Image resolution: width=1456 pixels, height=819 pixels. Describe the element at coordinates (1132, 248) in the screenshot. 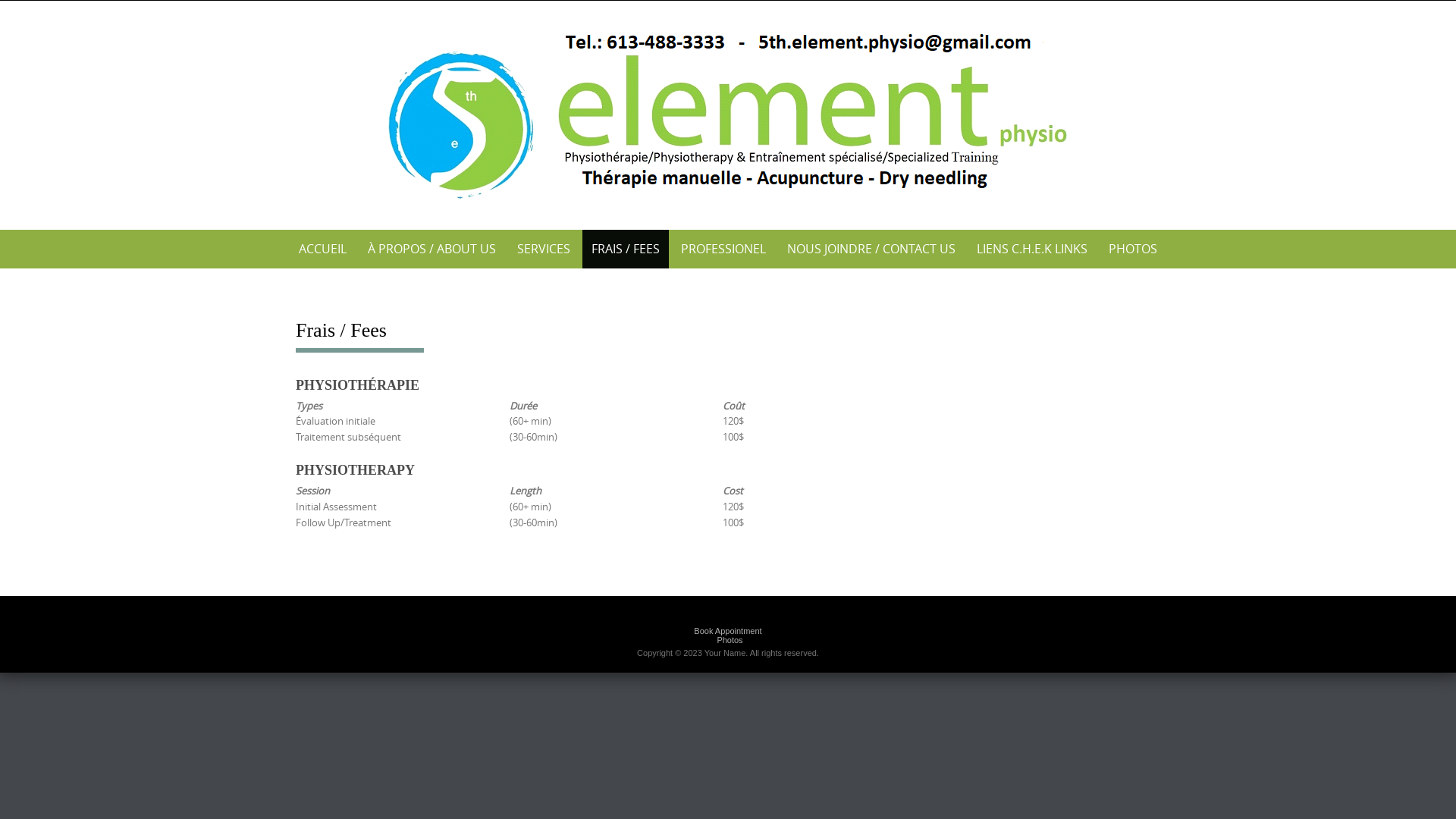

I see `'PHOTOS'` at that location.